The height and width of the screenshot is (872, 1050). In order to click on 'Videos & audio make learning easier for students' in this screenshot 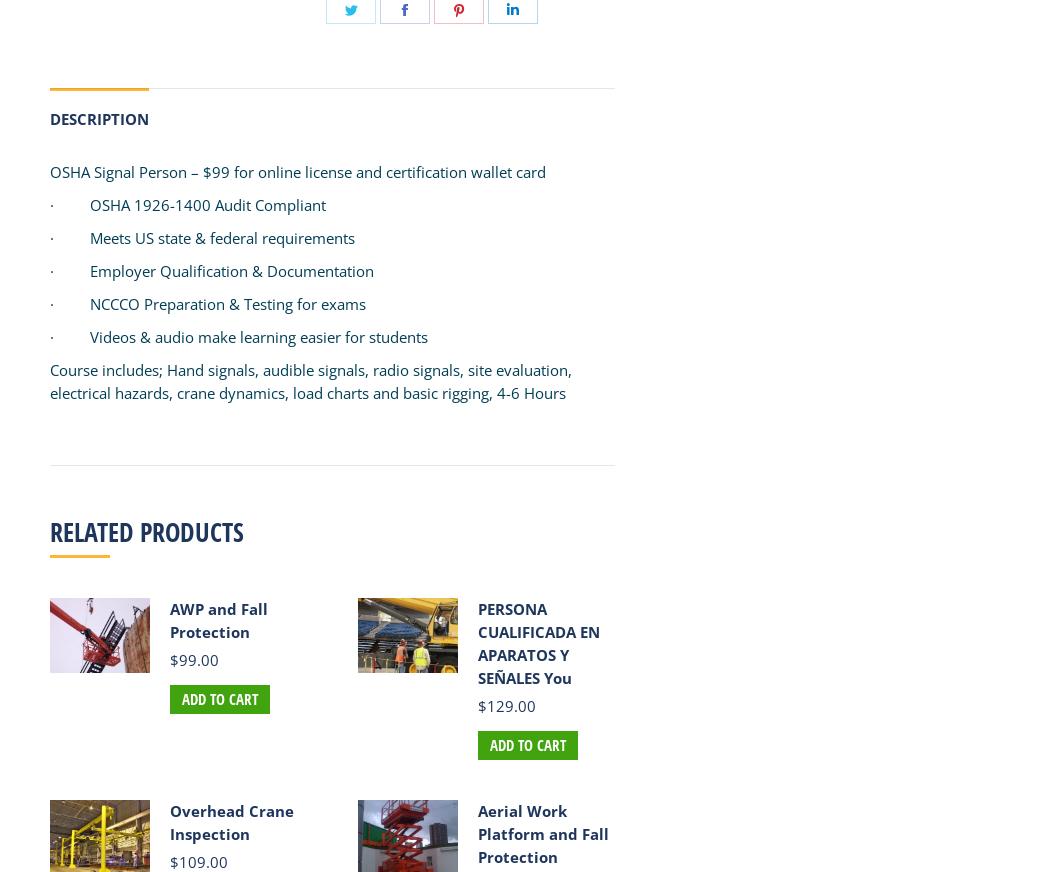, I will do `click(259, 337)`.